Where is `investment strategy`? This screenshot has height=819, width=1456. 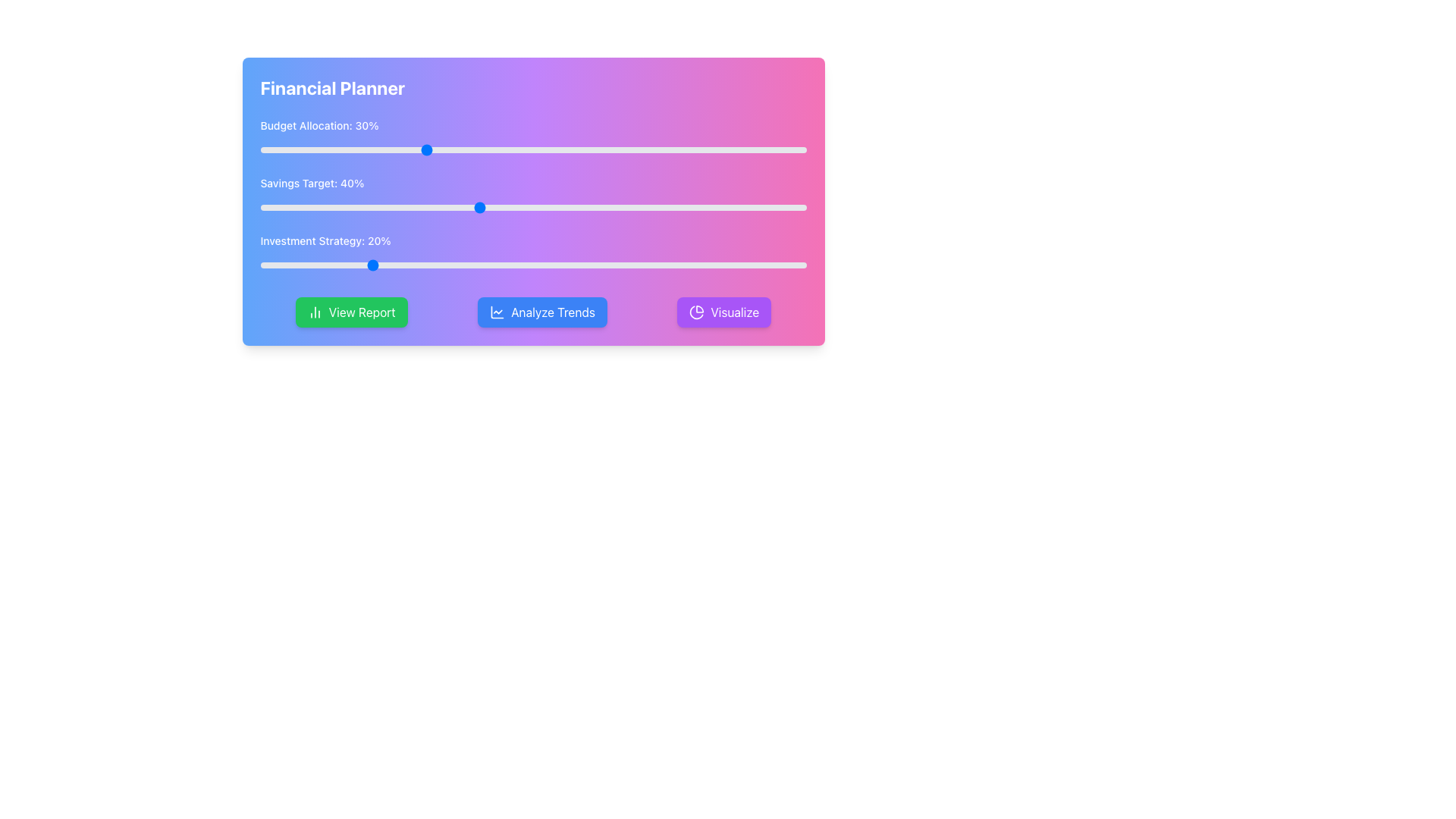 investment strategy is located at coordinates (282, 265).